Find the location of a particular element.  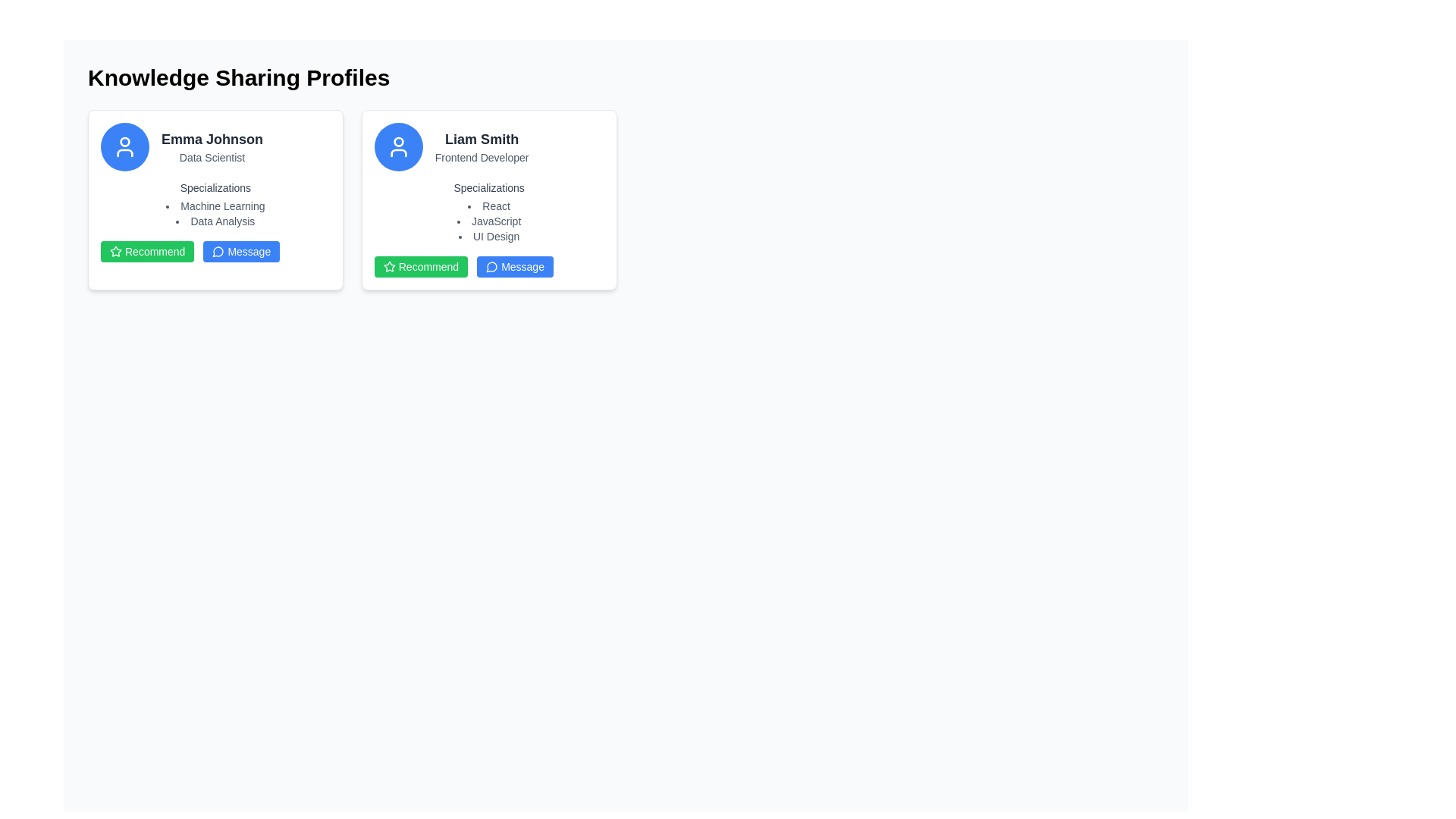

the text list displaying skills or areas of expertise for Liam Smith, located under the header 'Specializations' and above the buttons 'Recommend' and 'Message' is located at coordinates (489, 212).